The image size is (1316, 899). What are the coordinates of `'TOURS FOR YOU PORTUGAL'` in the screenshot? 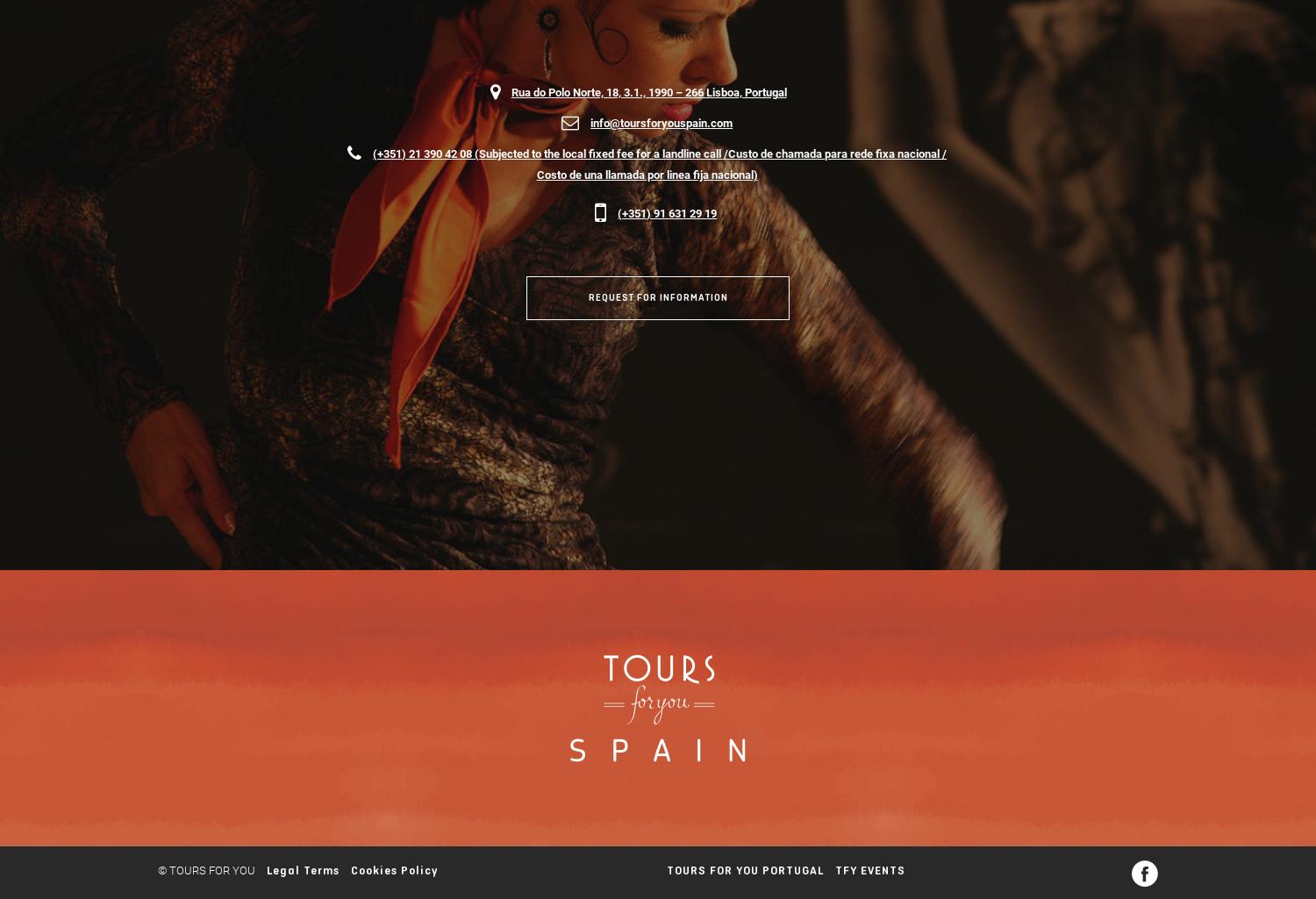 It's located at (744, 868).